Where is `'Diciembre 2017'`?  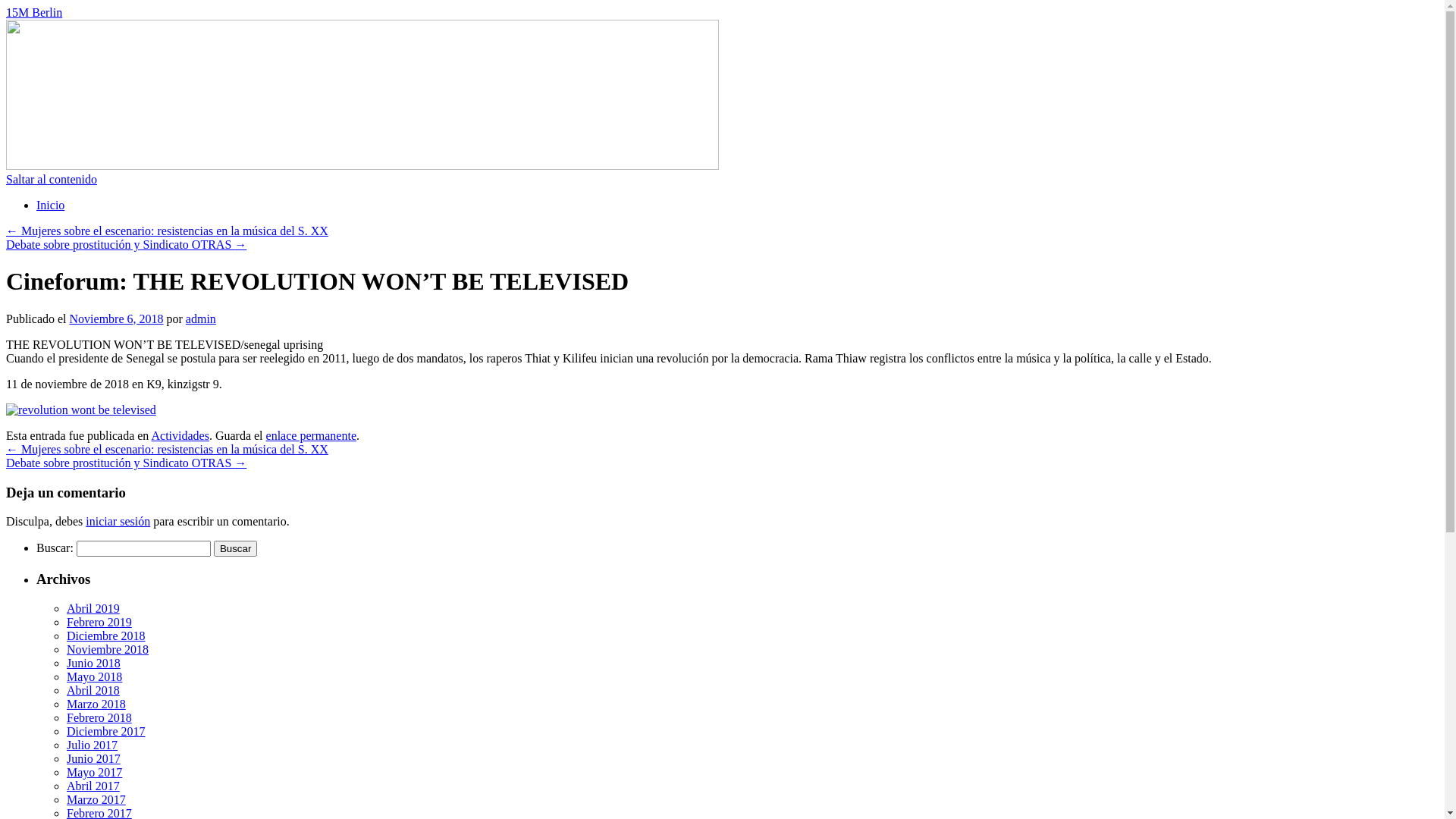
'Diciembre 2017' is located at coordinates (65, 730).